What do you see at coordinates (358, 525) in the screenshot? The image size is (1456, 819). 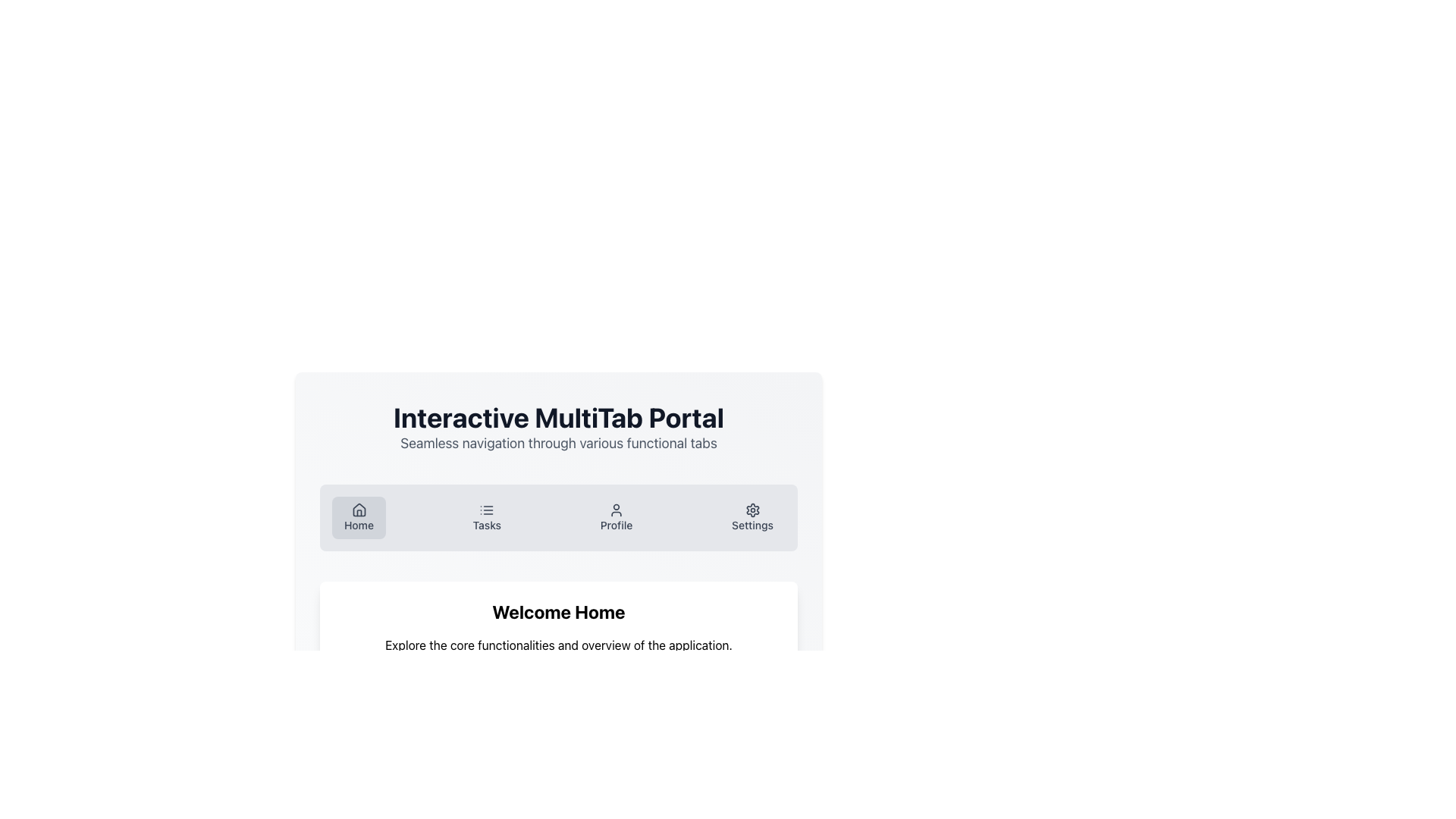 I see `the 'Home' text label in the navigation bar, which is the left-most item and indicates the homepage functionality` at bounding box center [358, 525].